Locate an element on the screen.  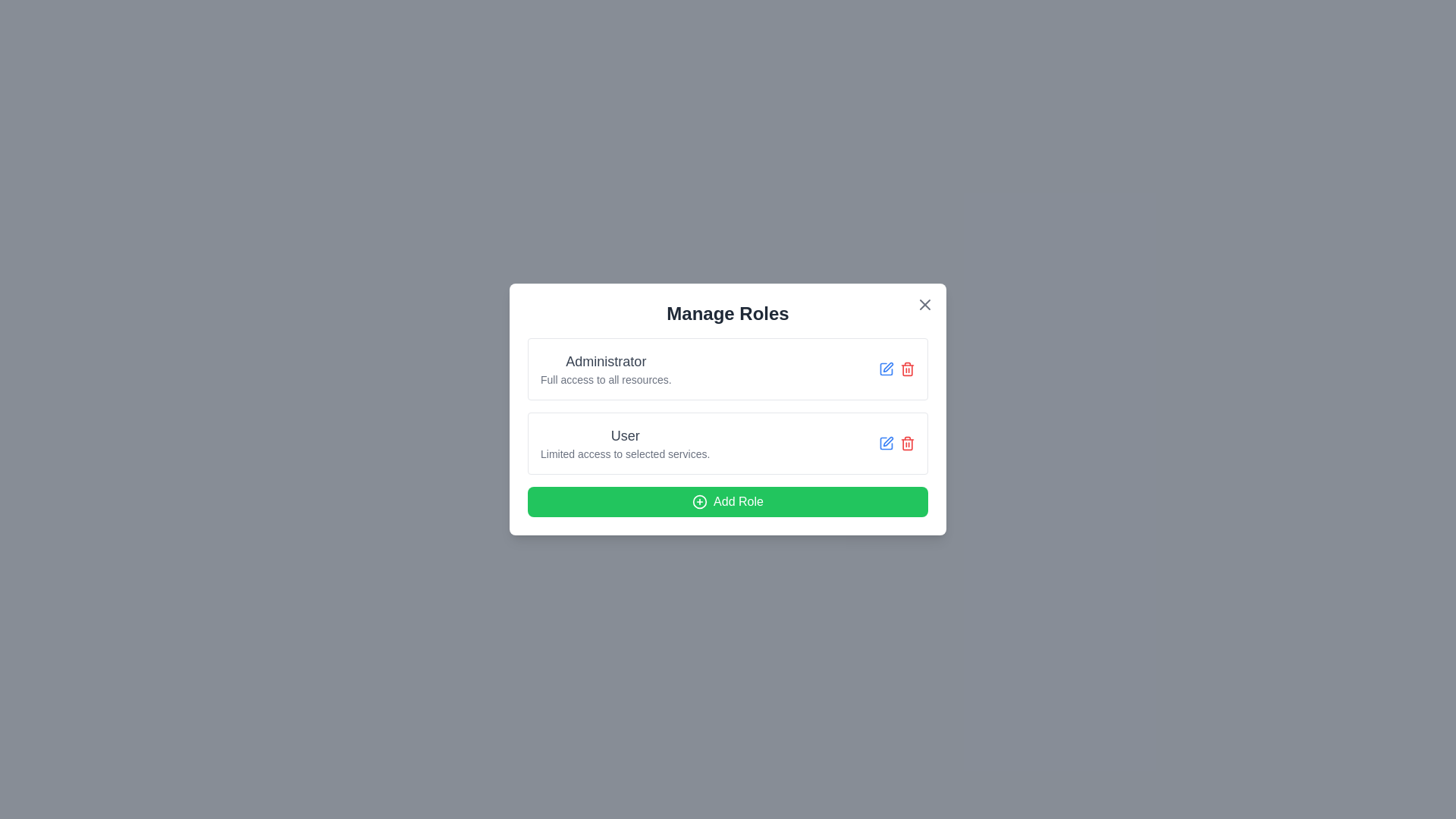
the label displaying 'Administrator' with the description 'Full access to all resources.' in the 'Manage Roles' dialog box is located at coordinates (605, 369).